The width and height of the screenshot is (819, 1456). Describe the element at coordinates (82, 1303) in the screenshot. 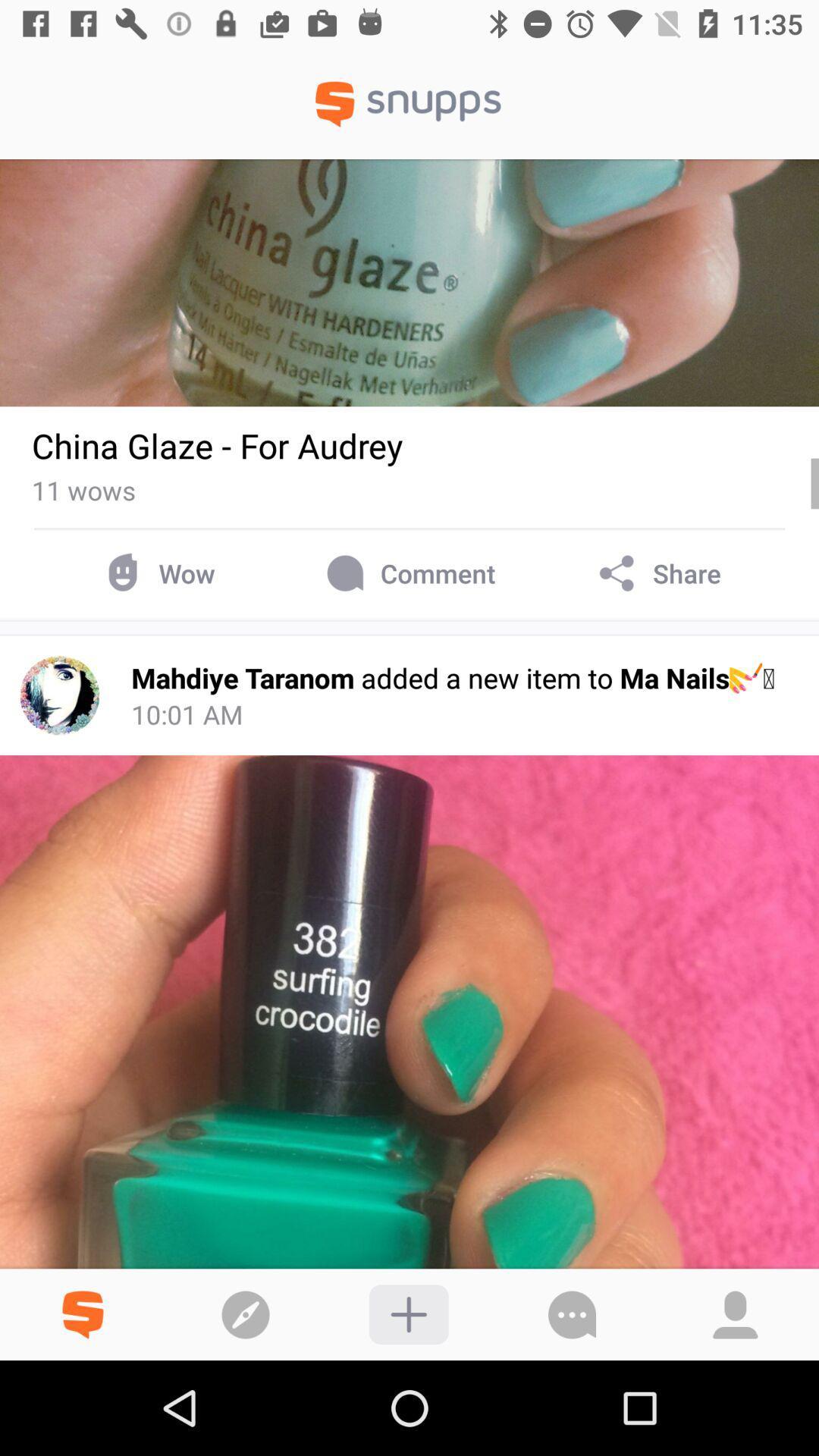

I see `the icon which is just beside the navigator icon` at that location.